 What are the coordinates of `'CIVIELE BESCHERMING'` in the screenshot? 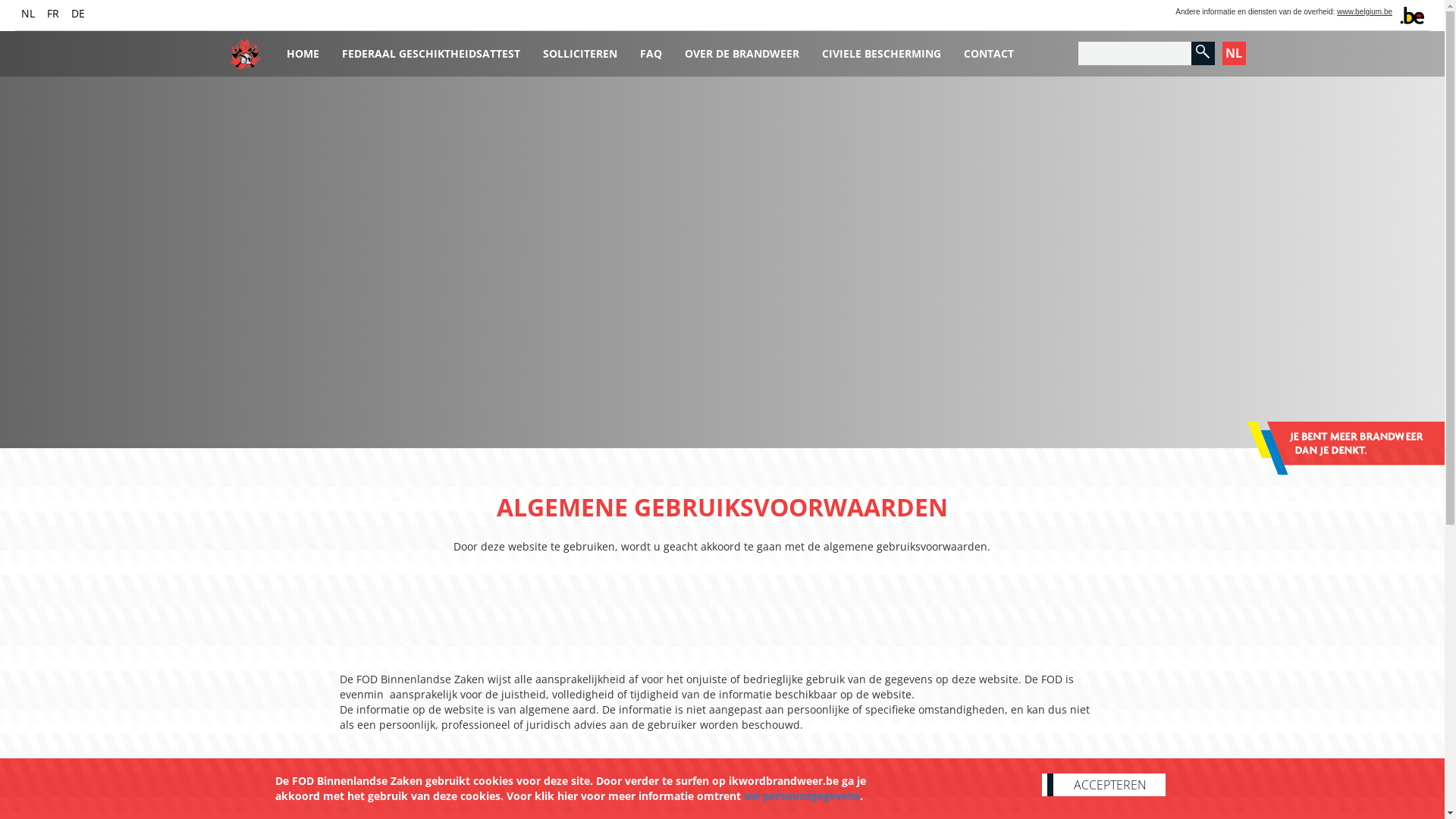 It's located at (880, 48).